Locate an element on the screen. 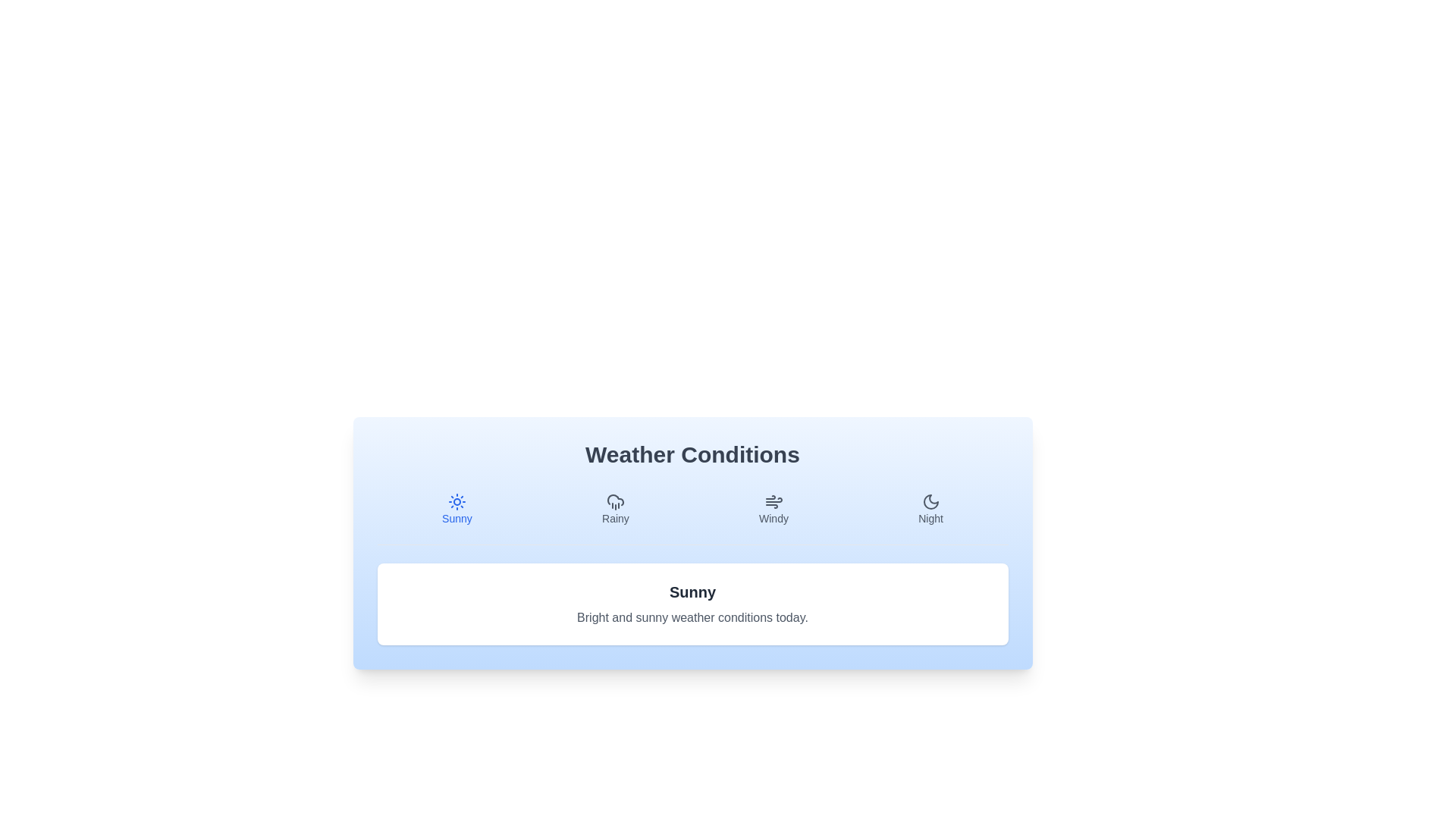  the icon and label for Windy is located at coordinates (773, 509).